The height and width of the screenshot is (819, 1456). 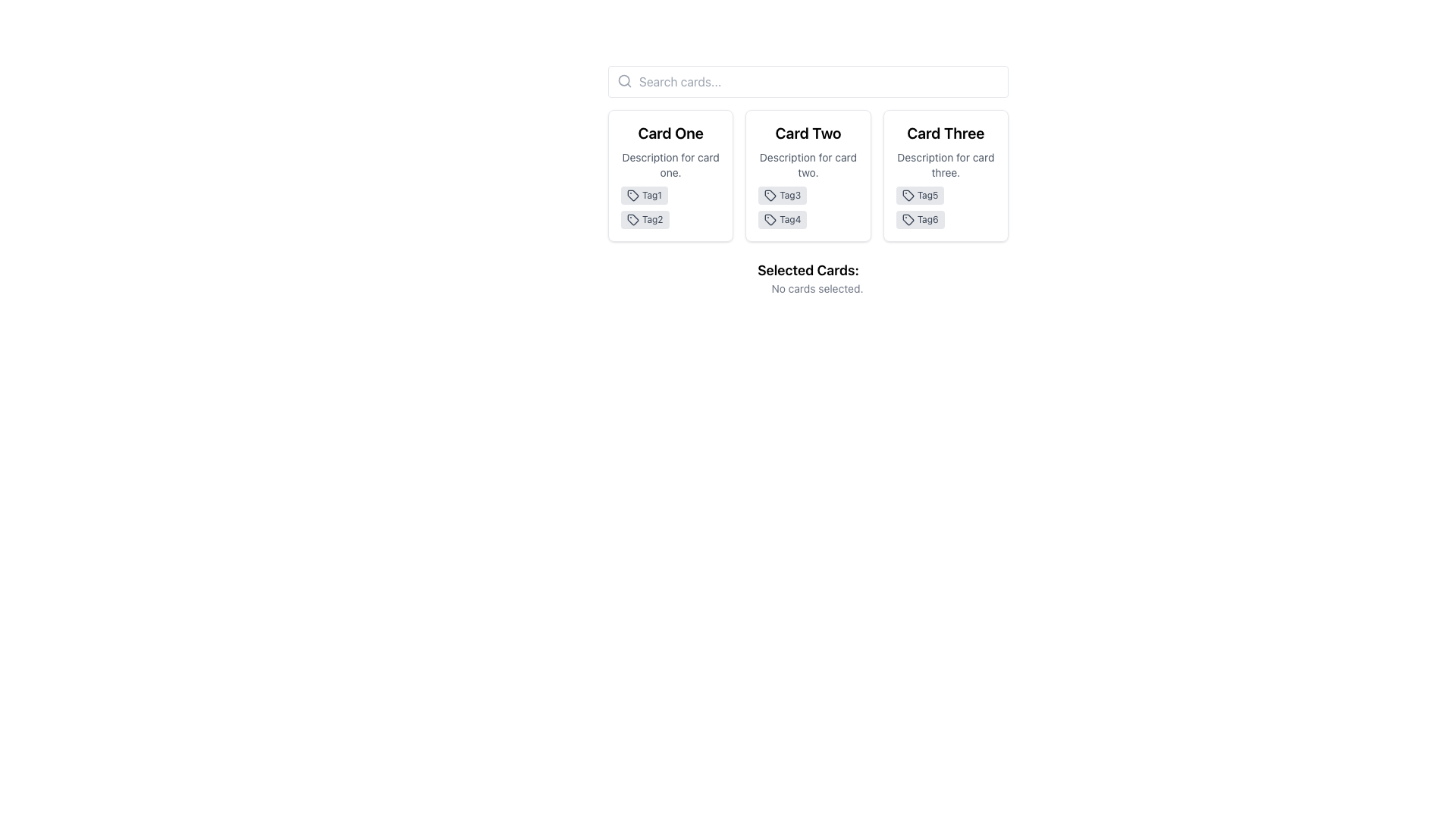 What do you see at coordinates (945, 165) in the screenshot?
I see `the text block that reads 'Description for card three', which is styled in gray color and is located beneath the card title of 'Card Three'` at bounding box center [945, 165].